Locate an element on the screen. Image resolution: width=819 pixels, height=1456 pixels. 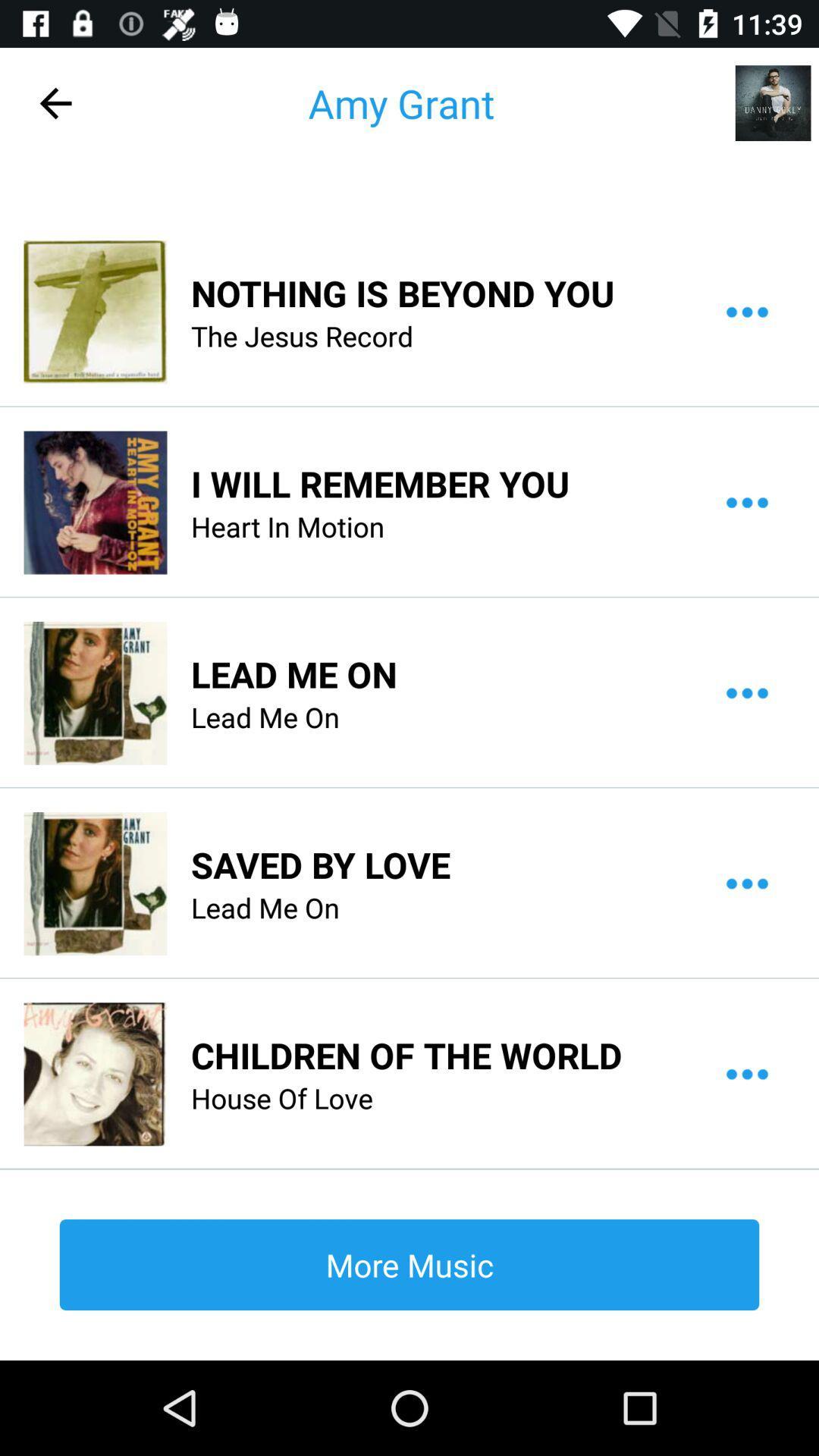
the icon above the lead me on icon is located at coordinates (287, 526).